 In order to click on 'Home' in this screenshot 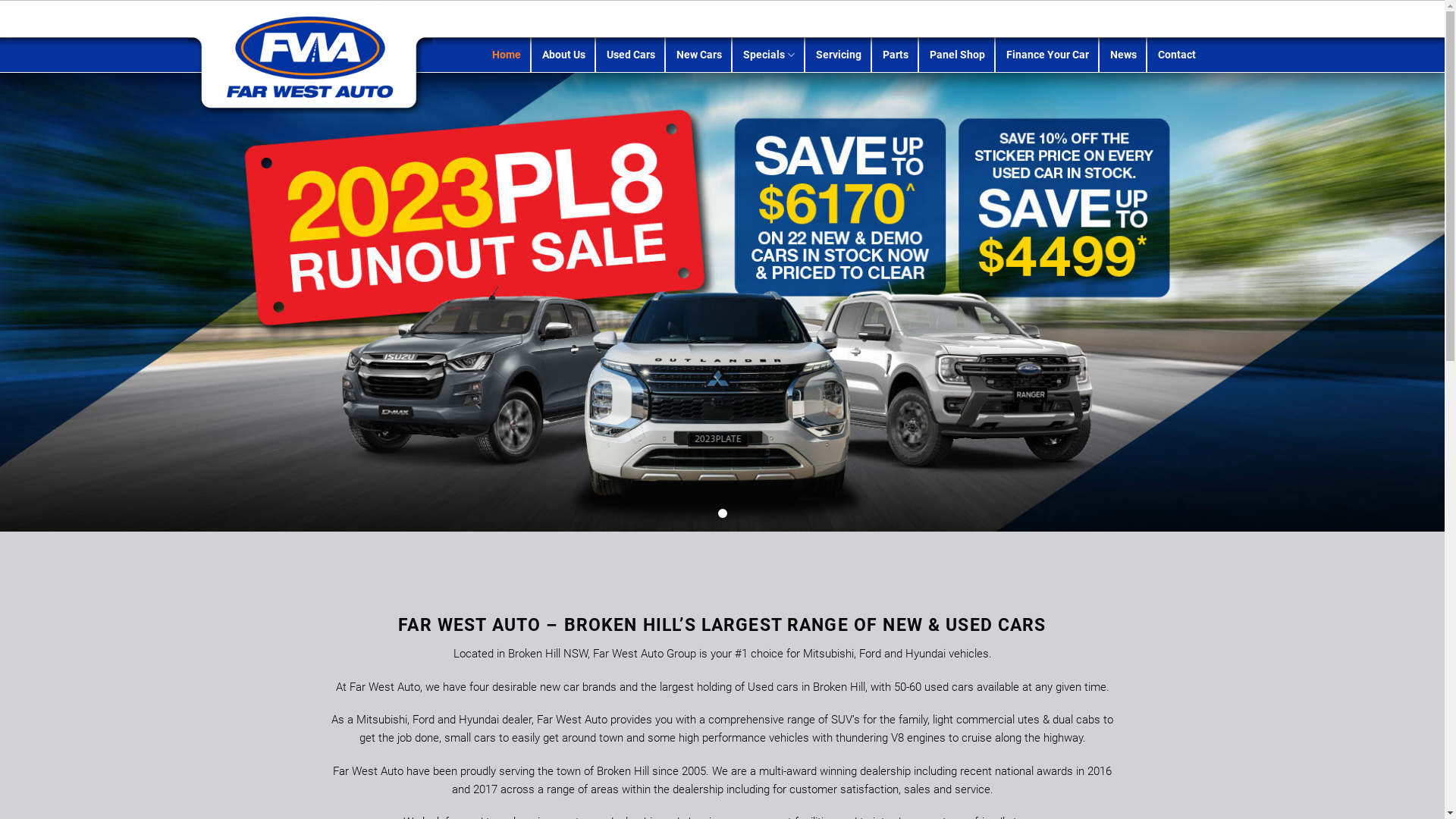, I will do `click(506, 54)`.